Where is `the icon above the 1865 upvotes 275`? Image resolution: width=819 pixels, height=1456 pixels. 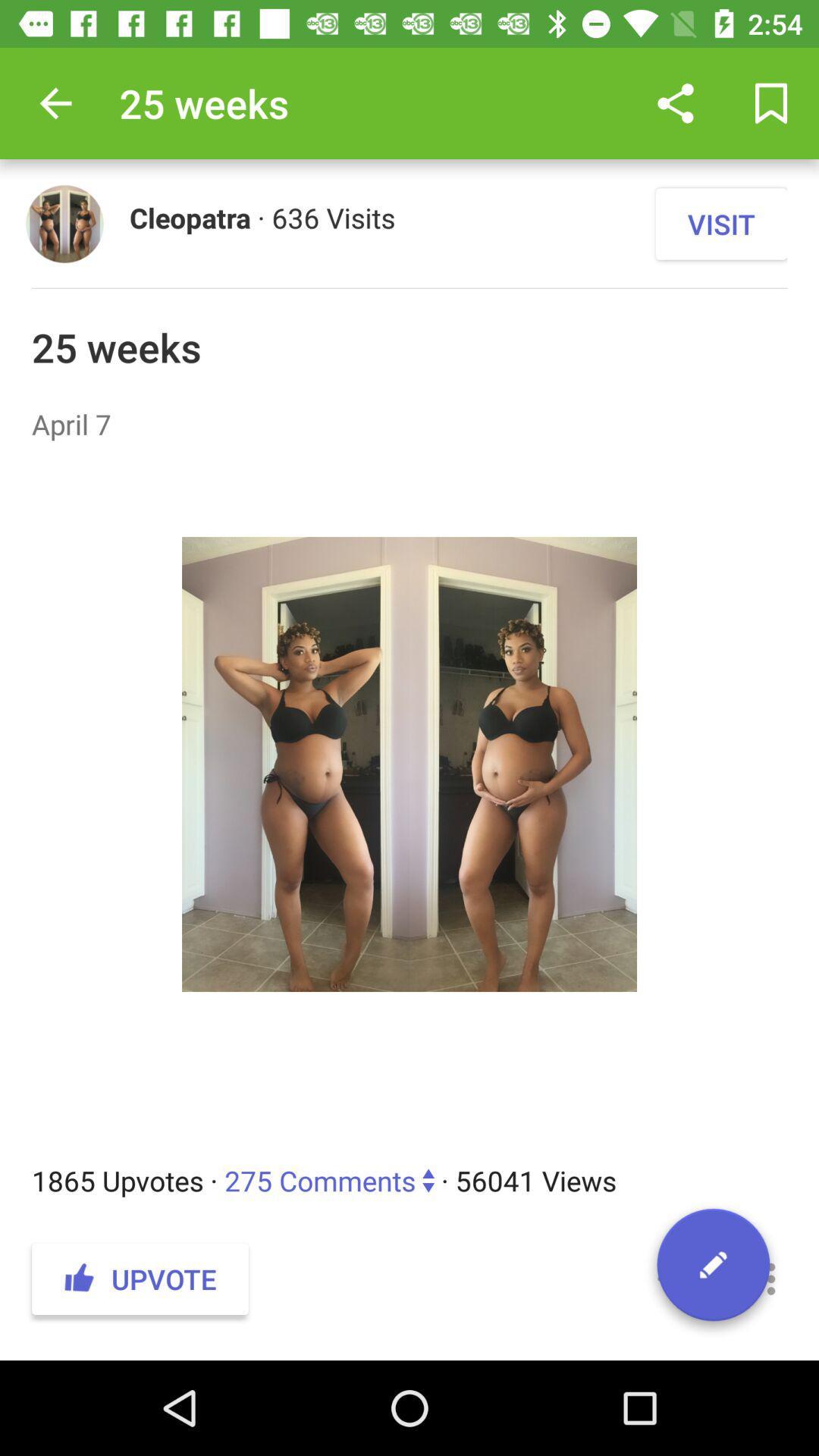 the icon above the 1865 upvotes 275 is located at coordinates (409, 802).